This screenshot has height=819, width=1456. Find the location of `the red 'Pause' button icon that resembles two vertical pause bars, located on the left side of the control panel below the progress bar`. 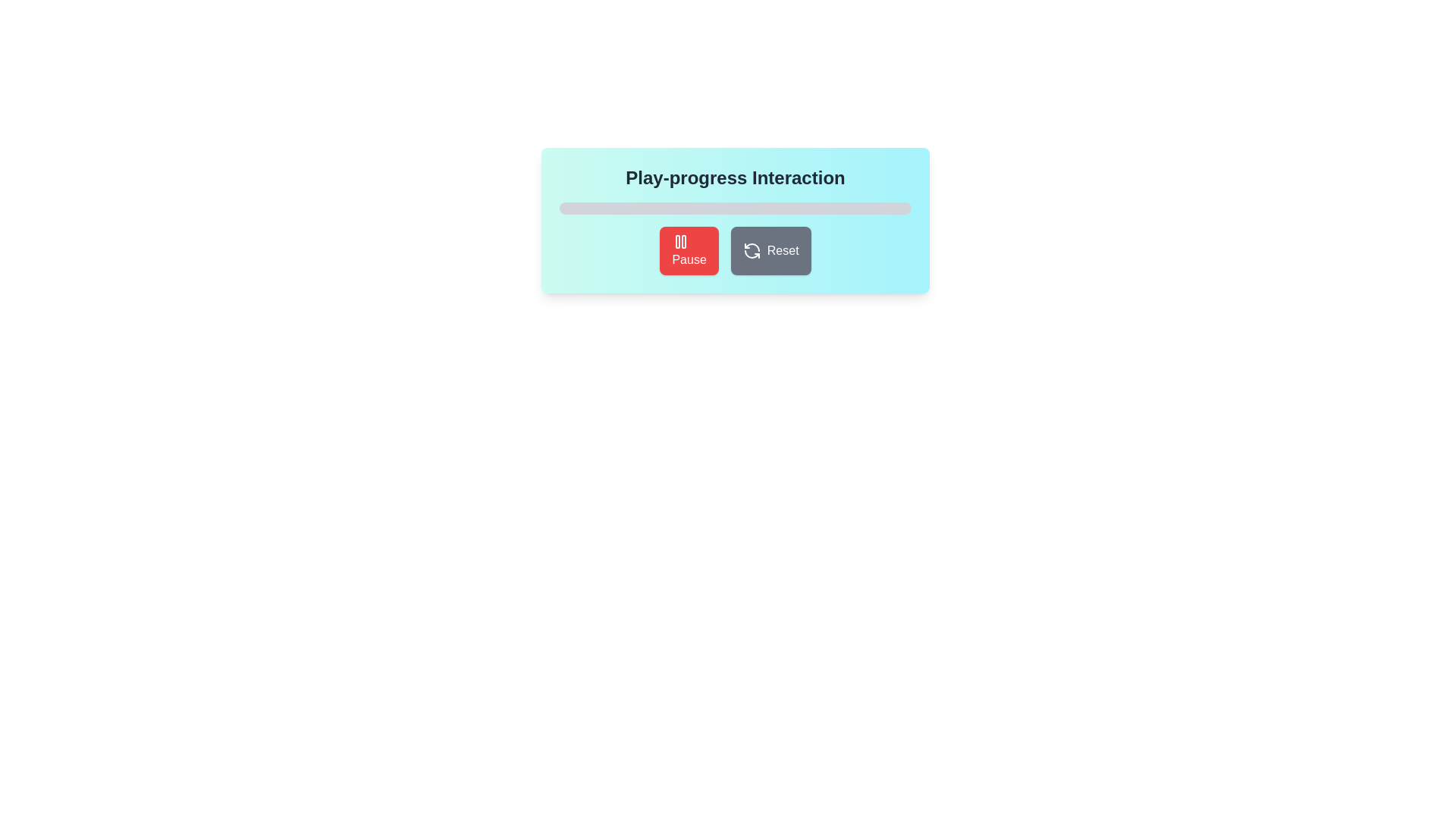

the red 'Pause' button icon that resembles two vertical pause bars, located on the left side of the control panel below the progress bar is located at coordinates (680, 241).